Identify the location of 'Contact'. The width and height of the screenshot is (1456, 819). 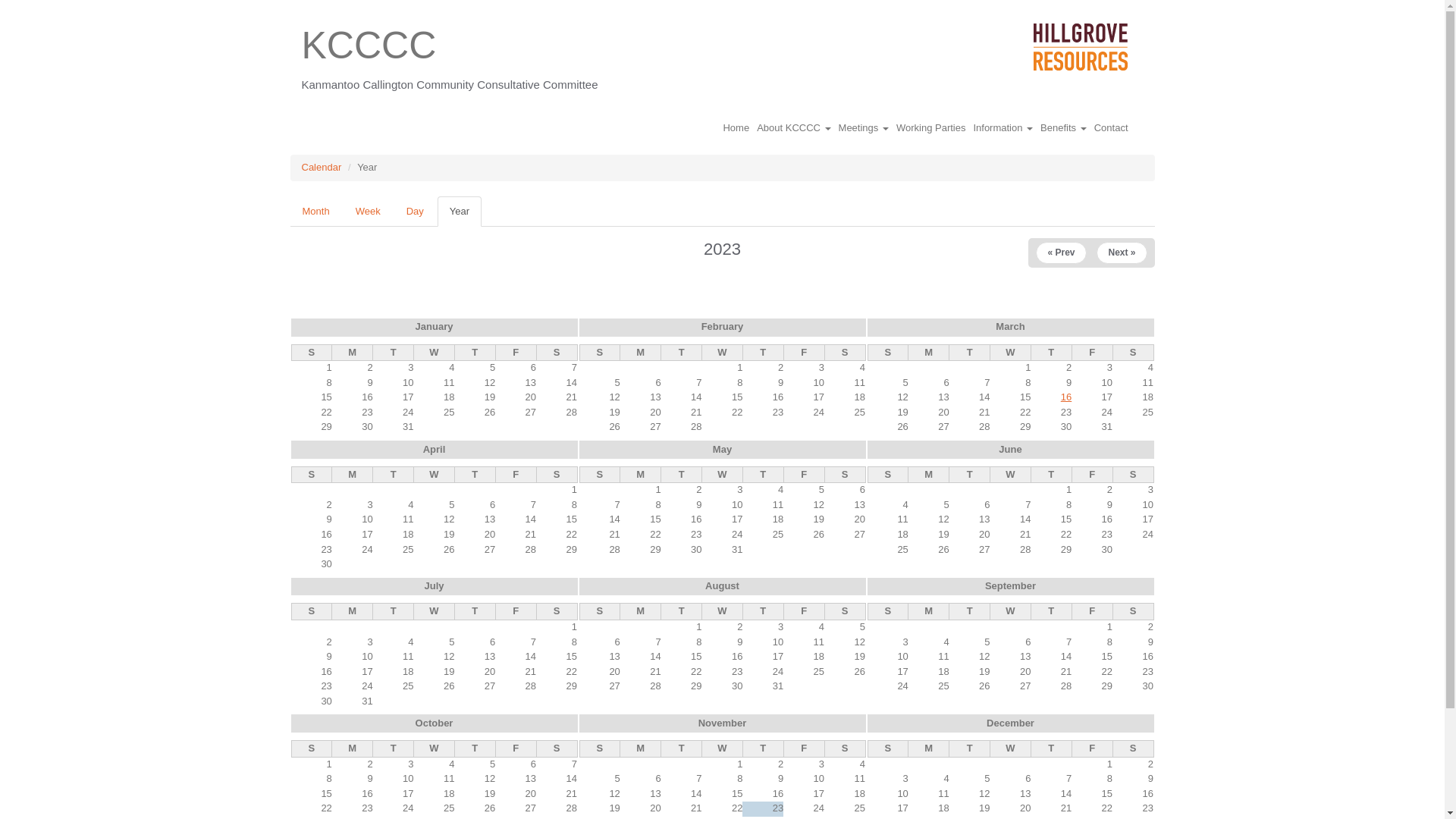
(1111, 127).